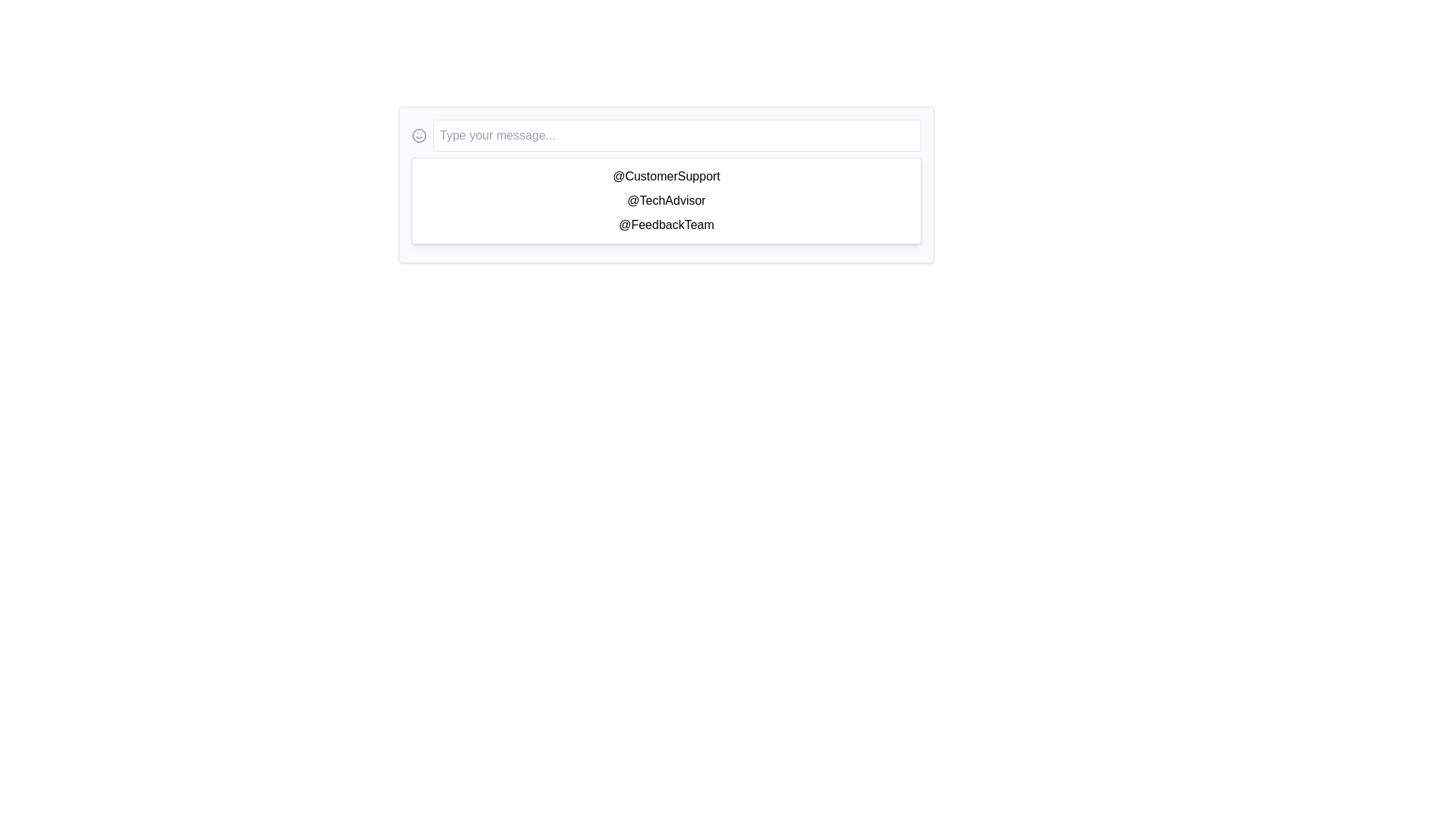  Describe the element at coordinates (666, 225) in the screenshot. I see `the third text link in the vertical list, located below '@TechAdvisor', to interact or navigate` at that location.